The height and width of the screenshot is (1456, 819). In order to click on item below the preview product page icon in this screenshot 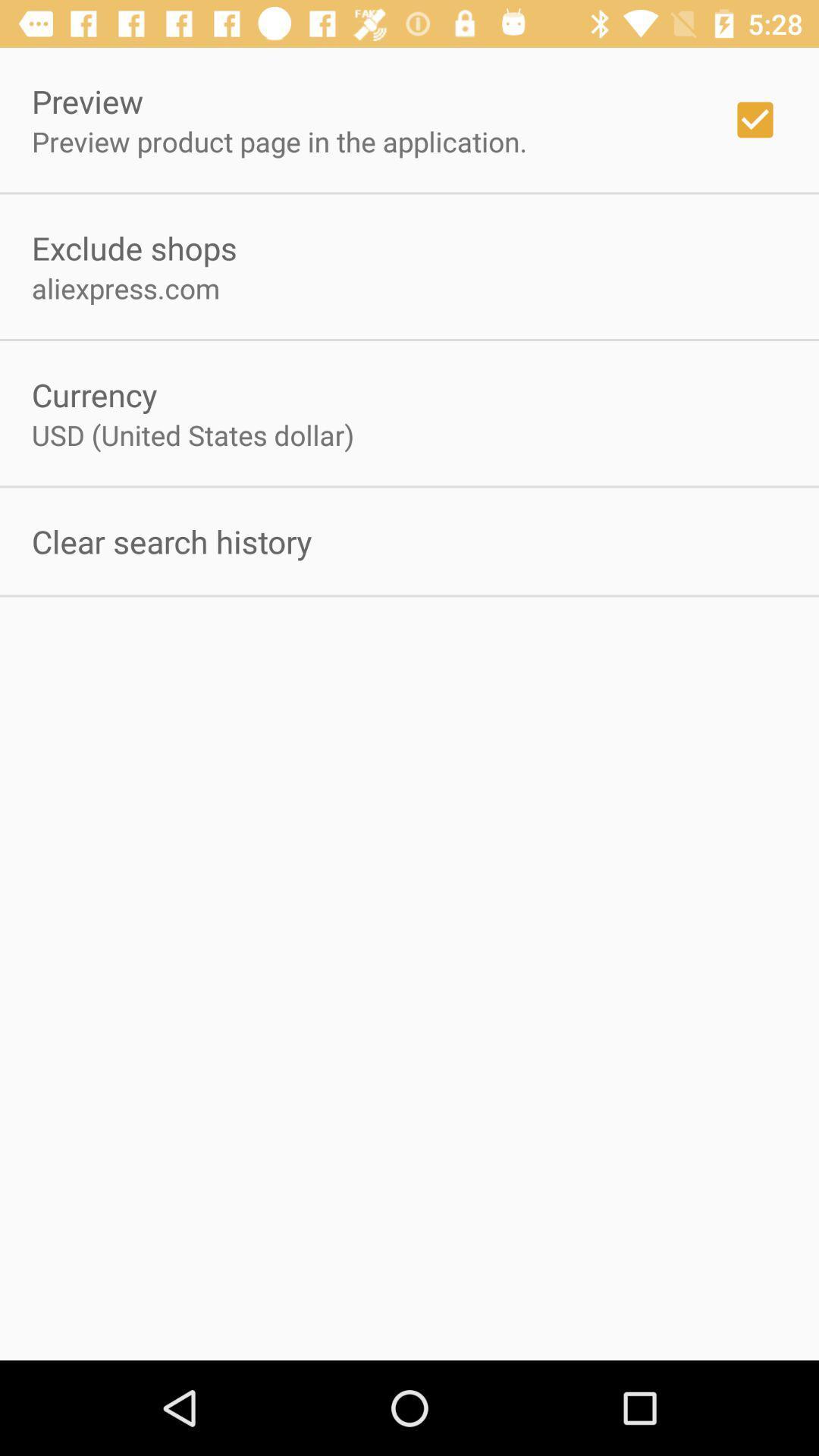, I will do `click(133, 247)`.